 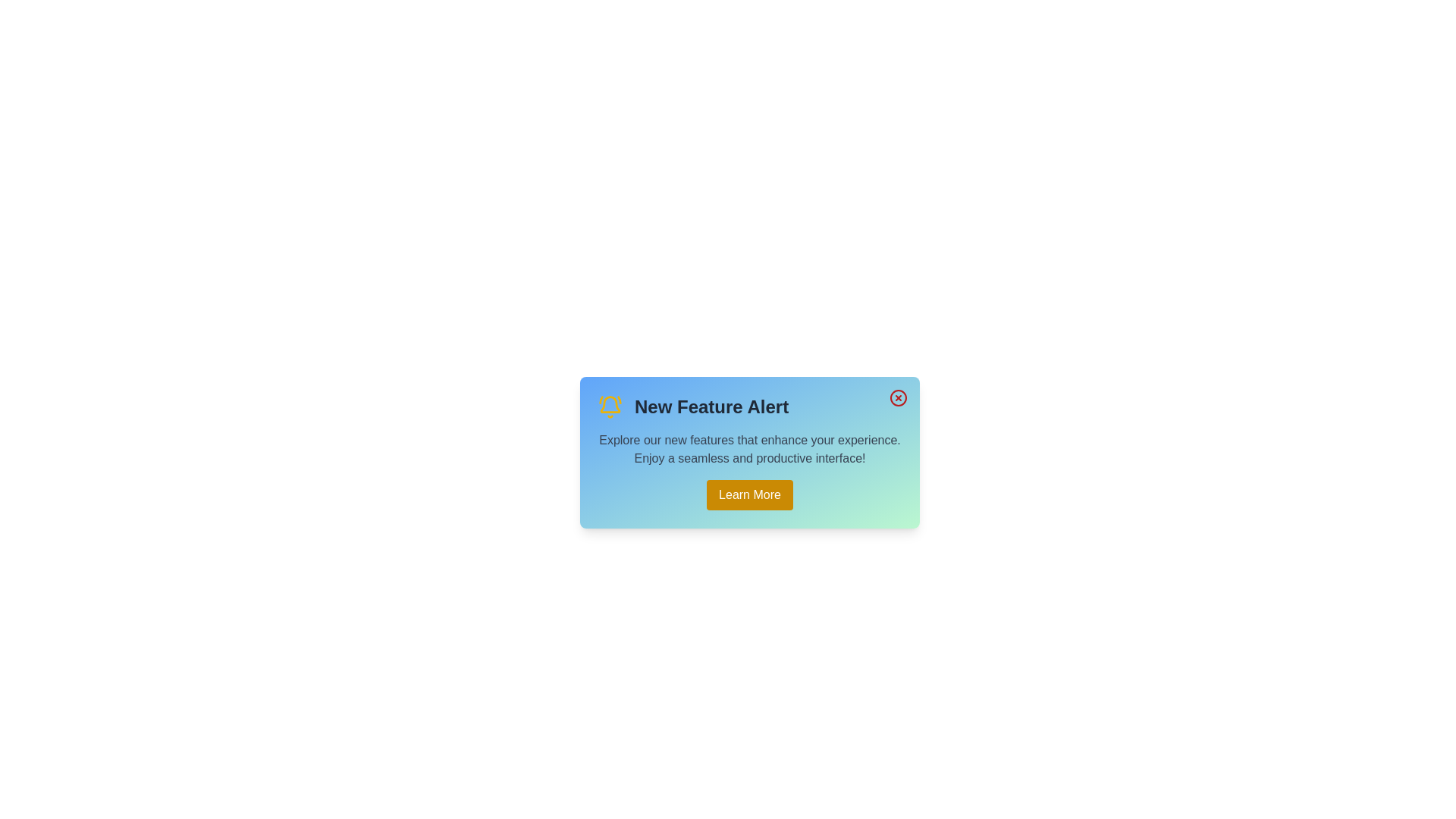 What do you see at coordinates (749, 494) in the screenshot?
I see `the 'Learn More' button to explore additional information` at bounding box center [749, 494].